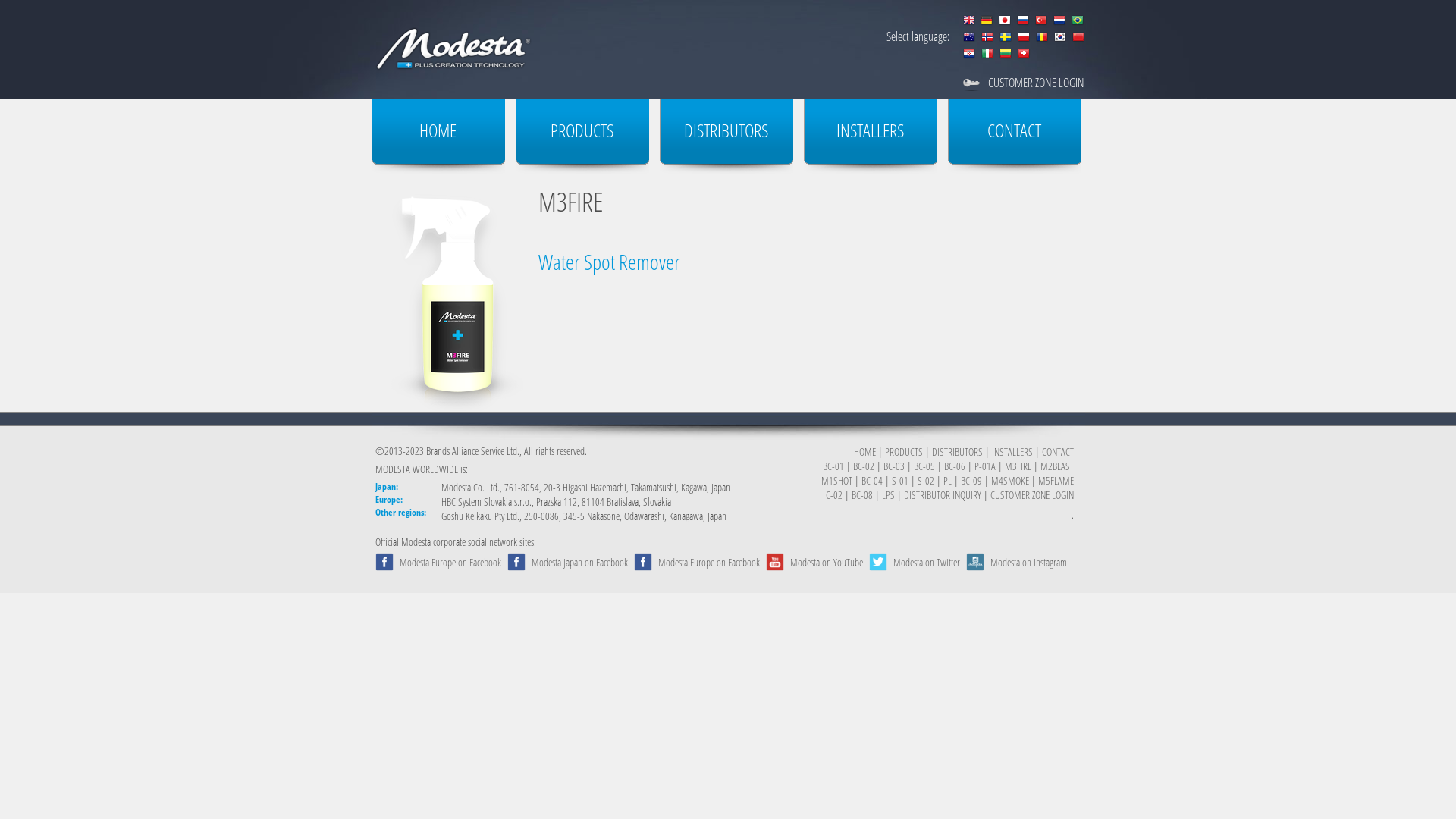  What do you see at coordinates (924, 480) in the screenshot?
I see `'S-02'` at bounding box center [924, 480].